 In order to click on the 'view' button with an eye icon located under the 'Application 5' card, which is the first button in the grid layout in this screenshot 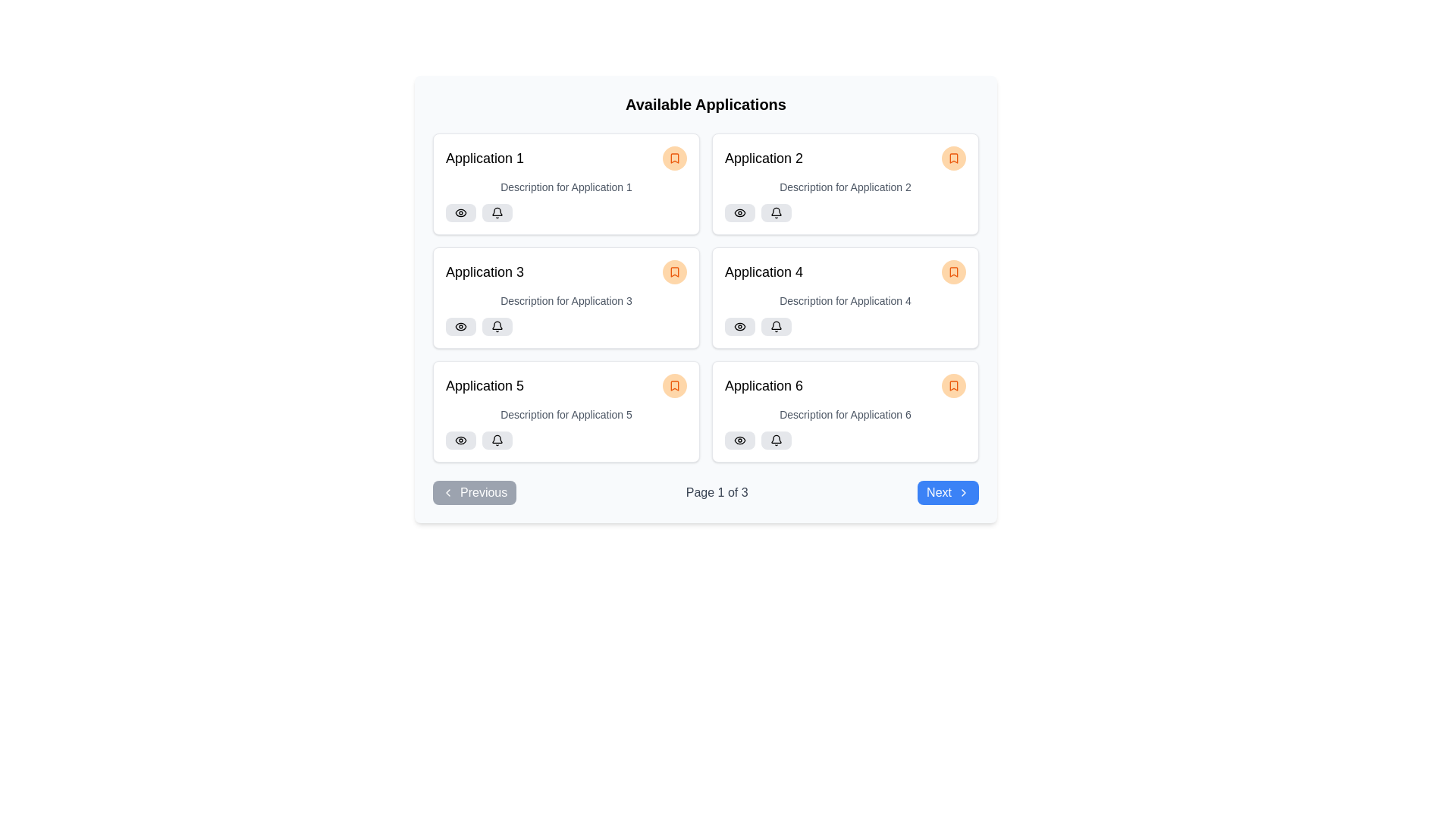, I will do `click(460, 441)`.